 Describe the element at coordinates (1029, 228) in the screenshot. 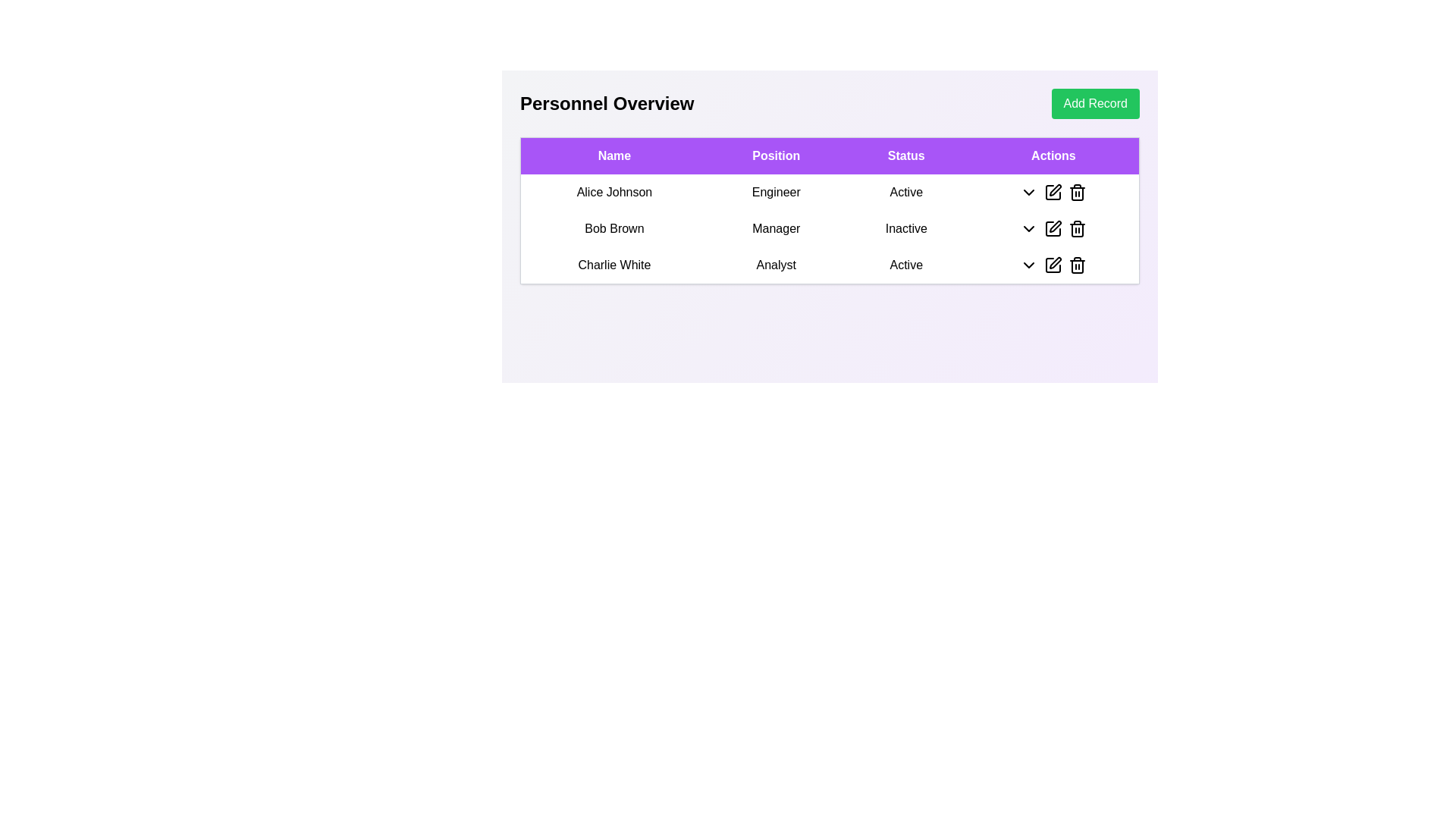

I see `the dropdown toggle button located in the second row of the 'Actions' column of the table` at that location.